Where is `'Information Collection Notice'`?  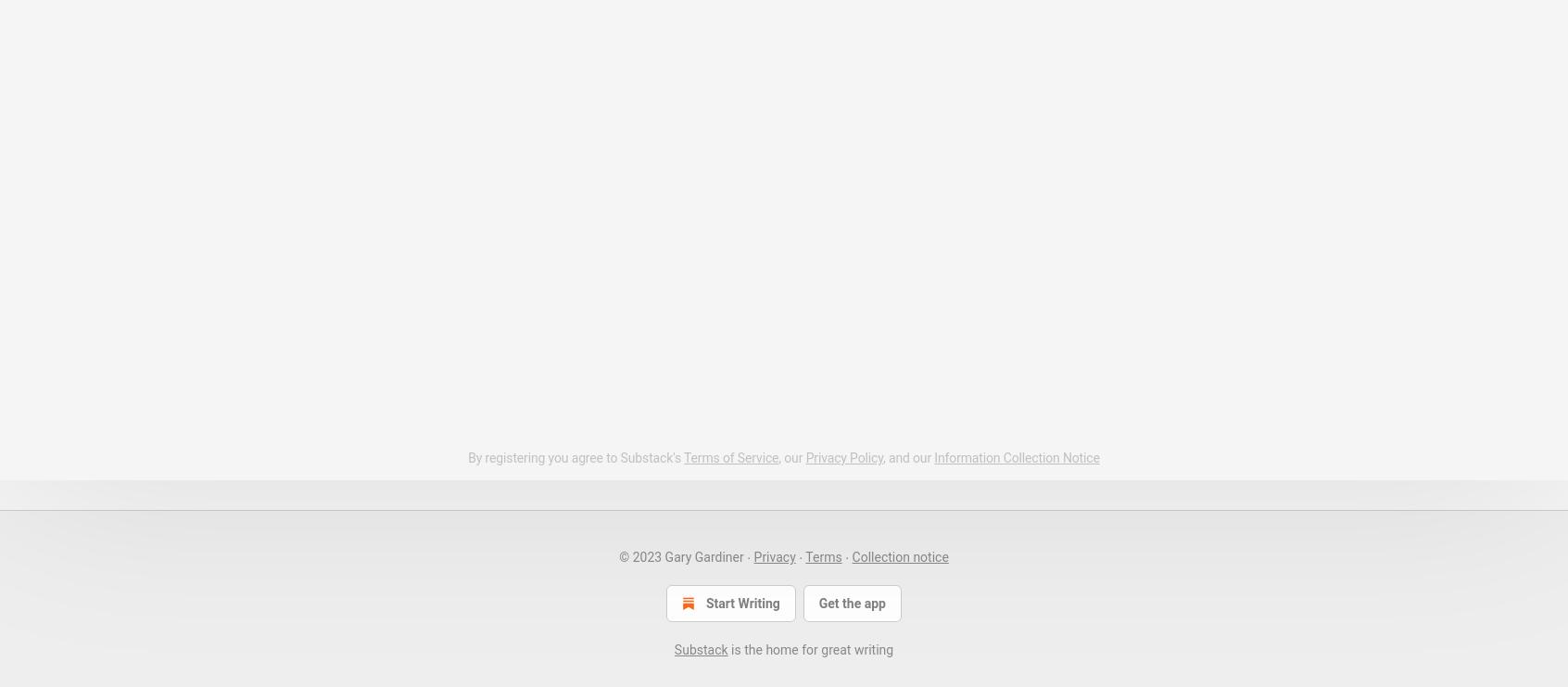
'Information Collection Notice' is located at coordinates (932, 458).